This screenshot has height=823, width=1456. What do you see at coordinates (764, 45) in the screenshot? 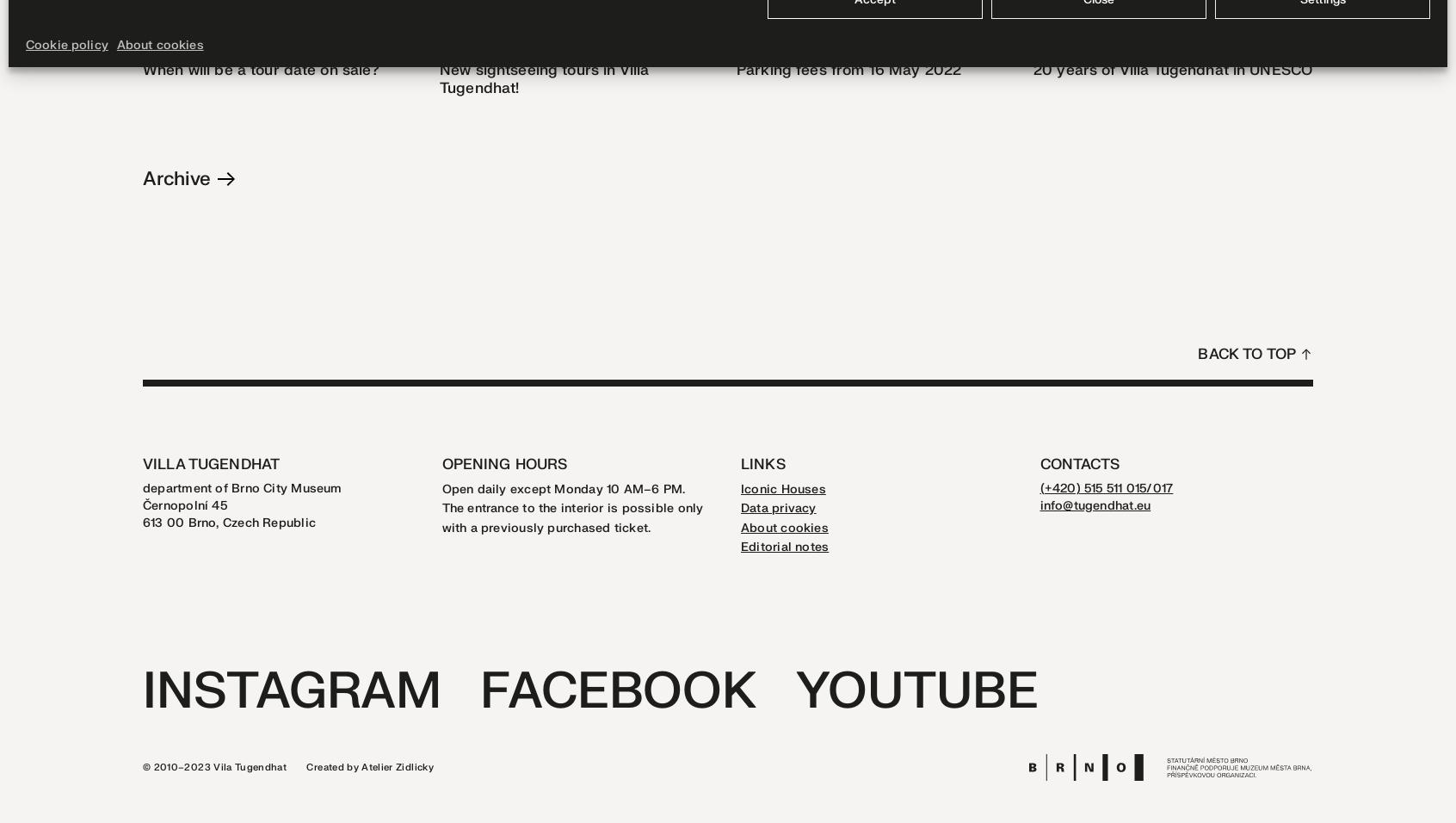
I see `'9. 5. 2022'` at bounding box center [764, 45].